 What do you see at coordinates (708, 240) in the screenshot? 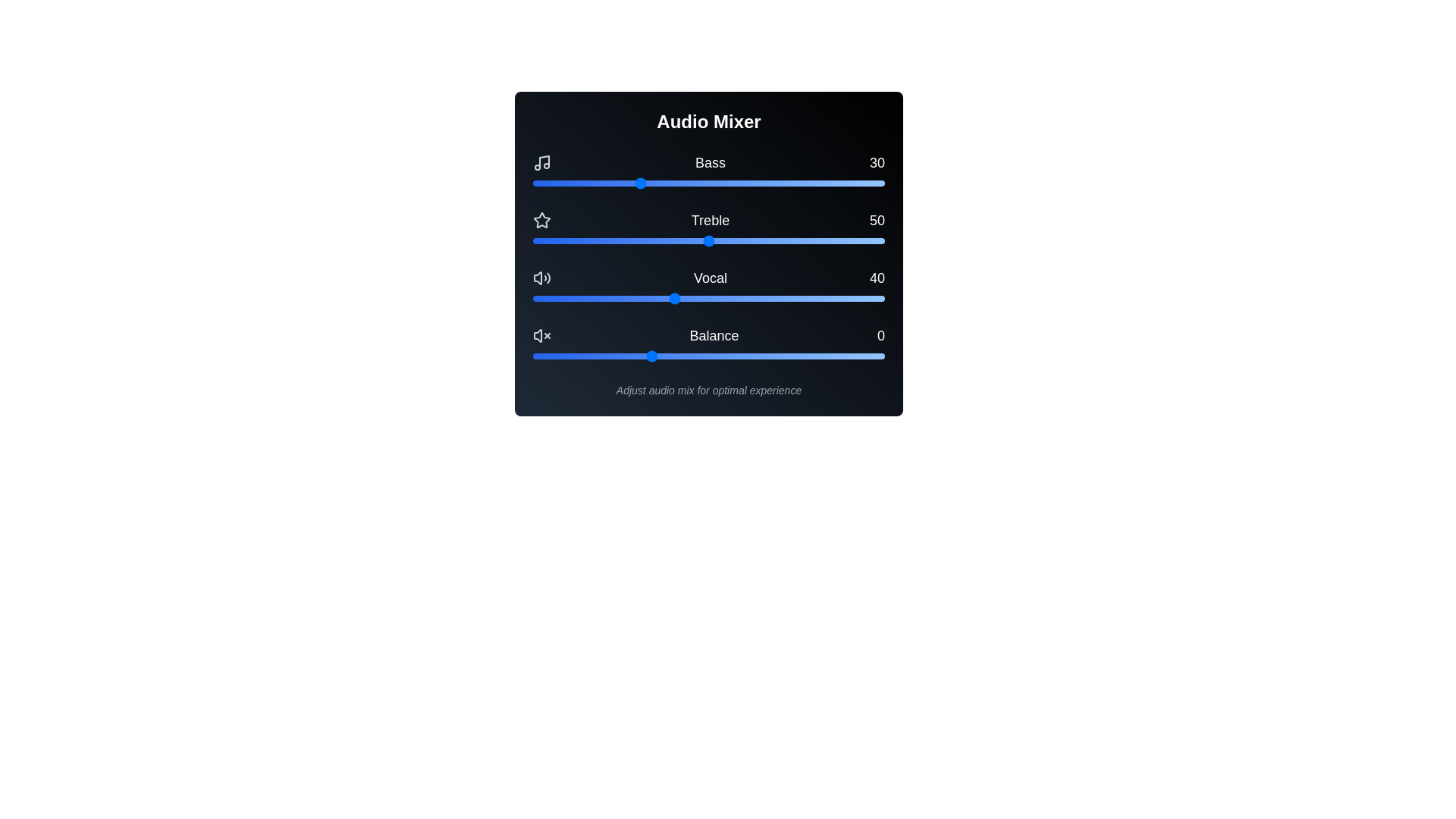
I see `the Treble slider to set the treble level to 50` at bounding box center [708, 240].